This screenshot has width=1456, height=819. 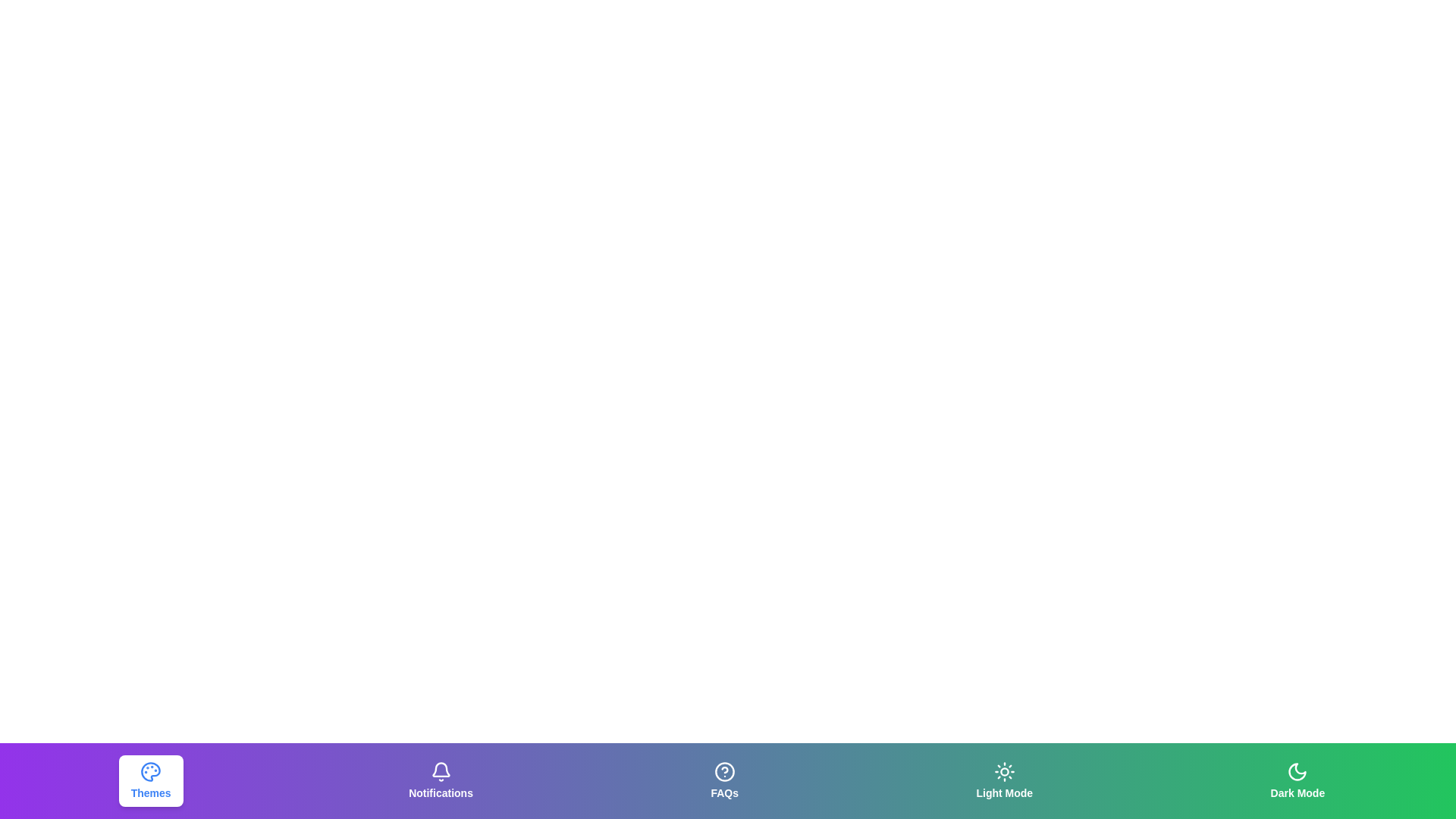 What do you see at coordinates (150, 780) in the screenshot?
I see `the Themes tab to observe its hover effect` at bounding box center [150, 780].